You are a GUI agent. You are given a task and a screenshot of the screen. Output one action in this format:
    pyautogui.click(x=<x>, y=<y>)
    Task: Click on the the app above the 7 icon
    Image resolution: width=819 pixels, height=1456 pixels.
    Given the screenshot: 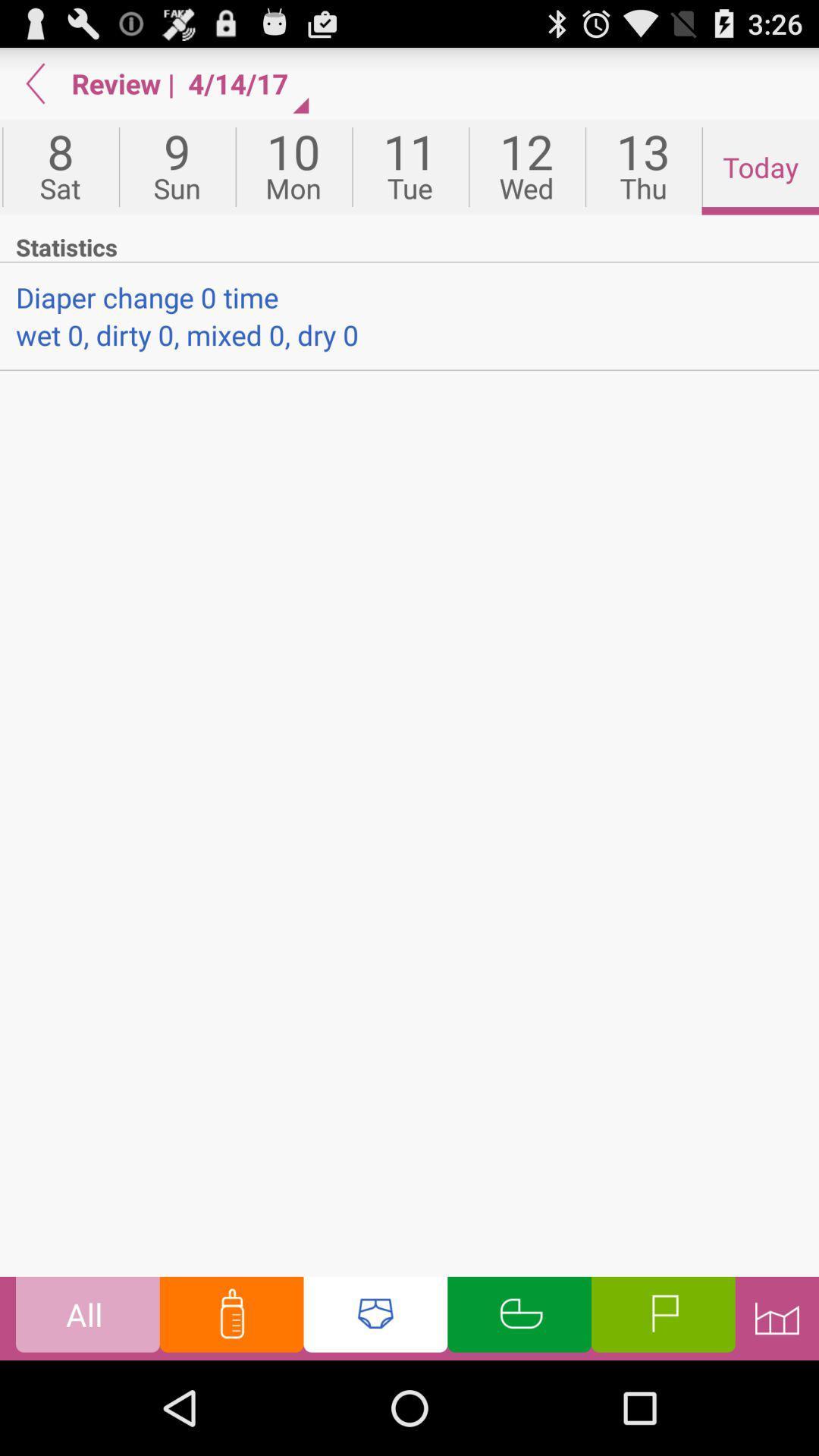 What is the action you would take?
    pyautogui.click(x=35, y=83)
    